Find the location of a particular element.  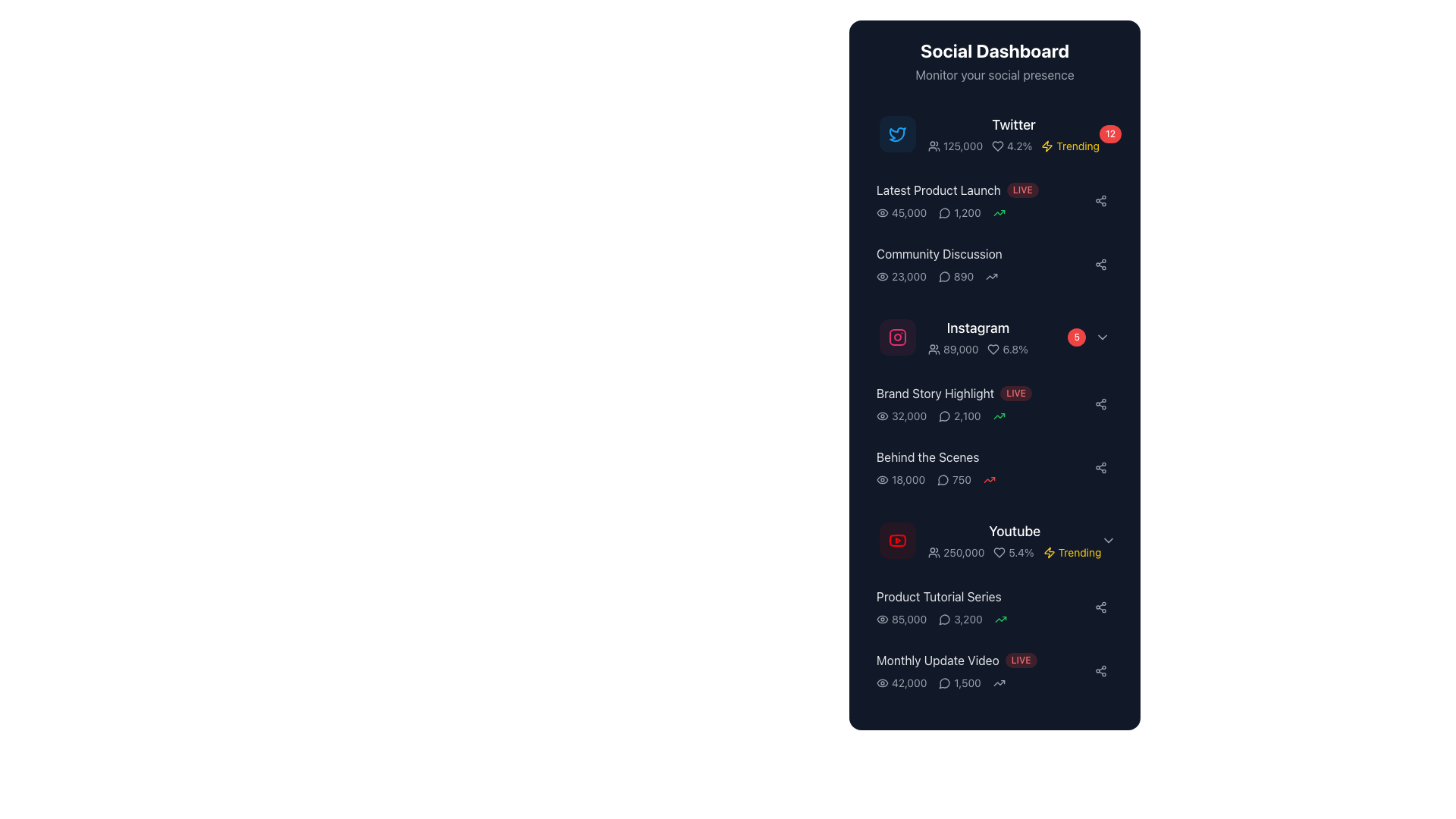

text label titled 'Product Tutorial Series' located in the lower right quadrant of the interface within the Youtube section of the dark-colored panel is located at coordinates (938, 595).